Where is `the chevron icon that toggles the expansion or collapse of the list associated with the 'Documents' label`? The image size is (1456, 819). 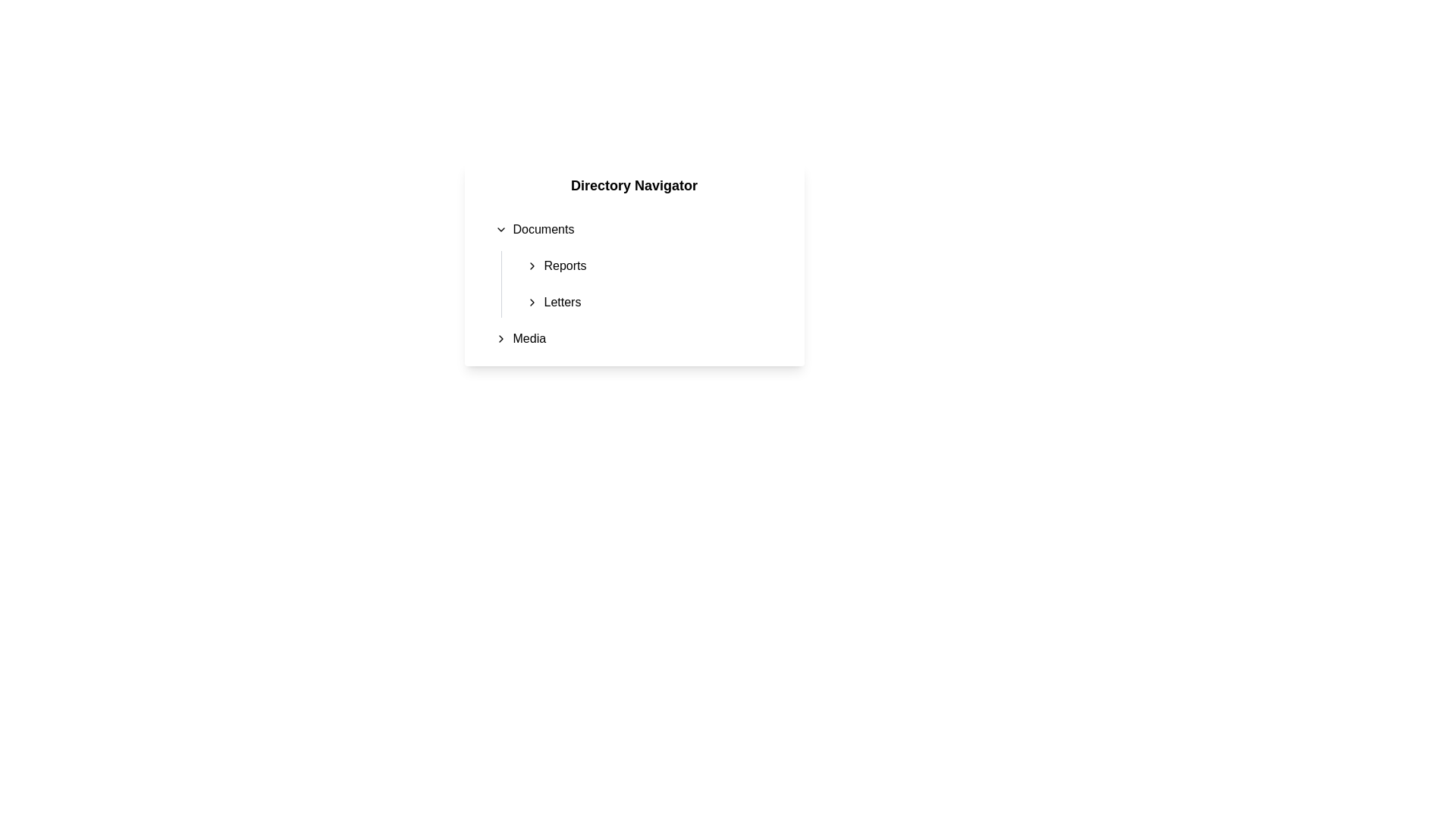 the chevron icon that toggles the expansion or collapse of the list associated with the 'Documents' label is located at coordinates (500, 230).